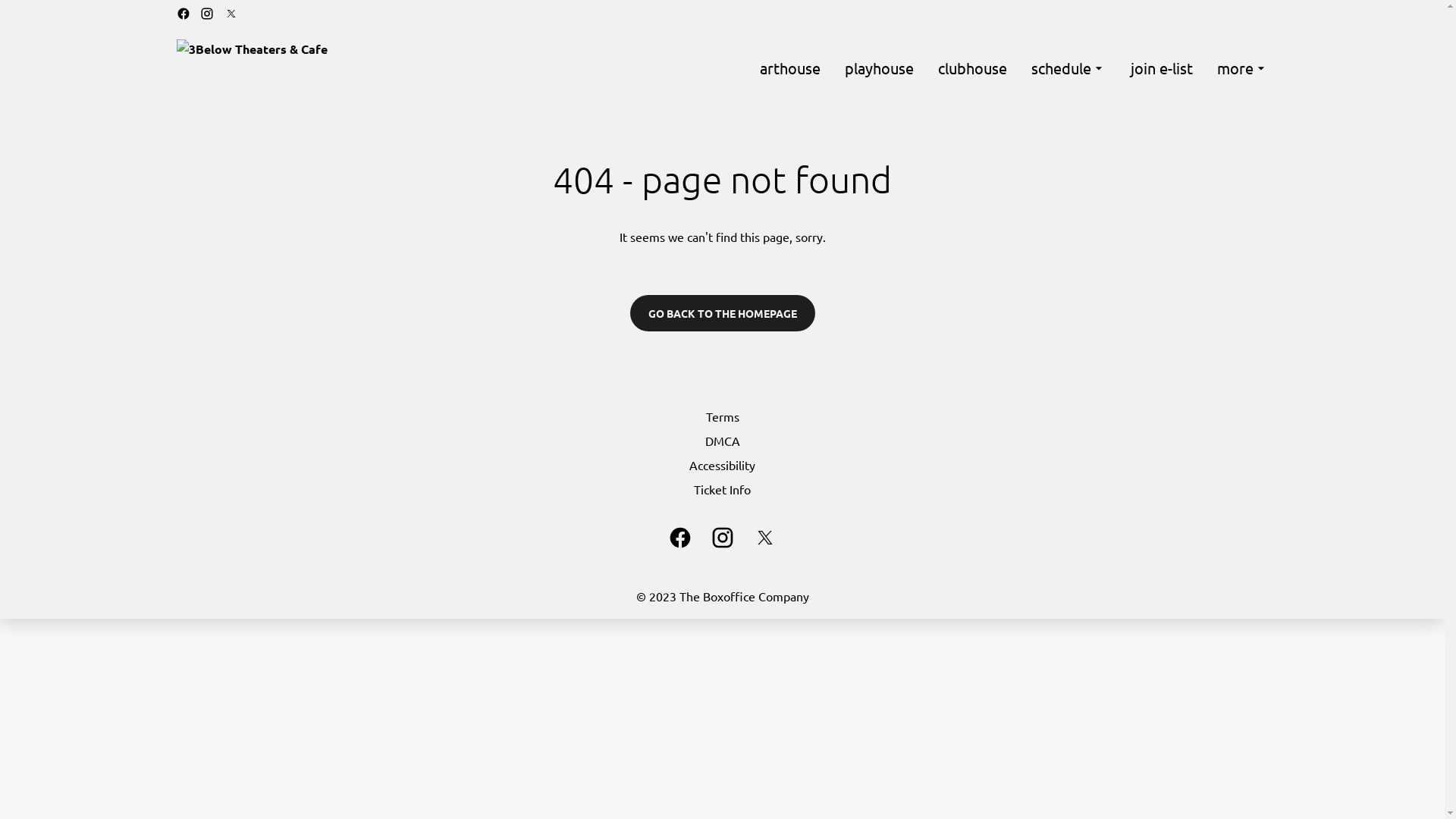 The image size is (1456, 819). What do you see at coordinates (720, 441) in the screenshot?
I see `'DMCA'` at bounding box center [720, 441].